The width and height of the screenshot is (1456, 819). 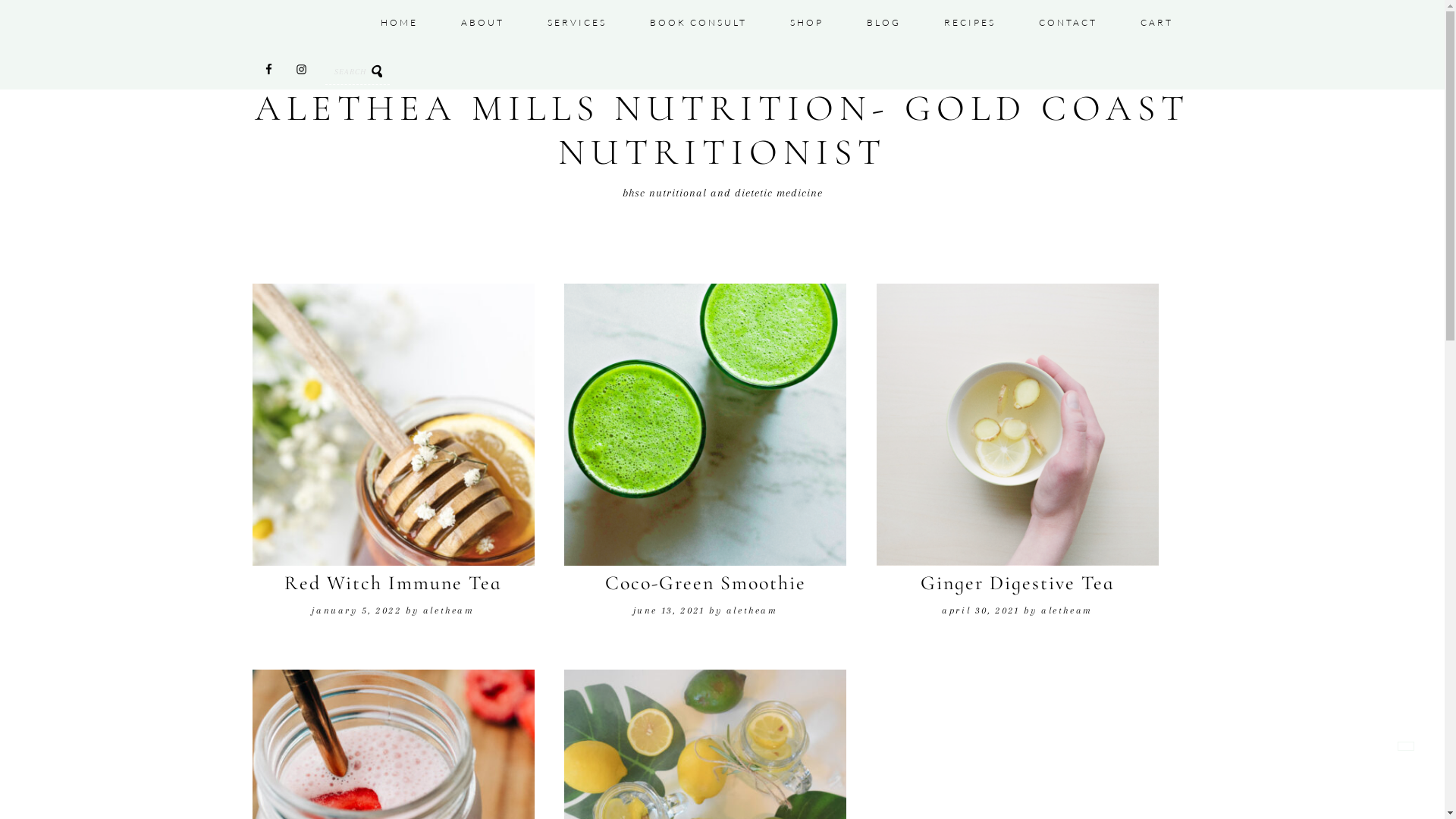 I want to click on 'RECIPES', so click(x=968, y=23).